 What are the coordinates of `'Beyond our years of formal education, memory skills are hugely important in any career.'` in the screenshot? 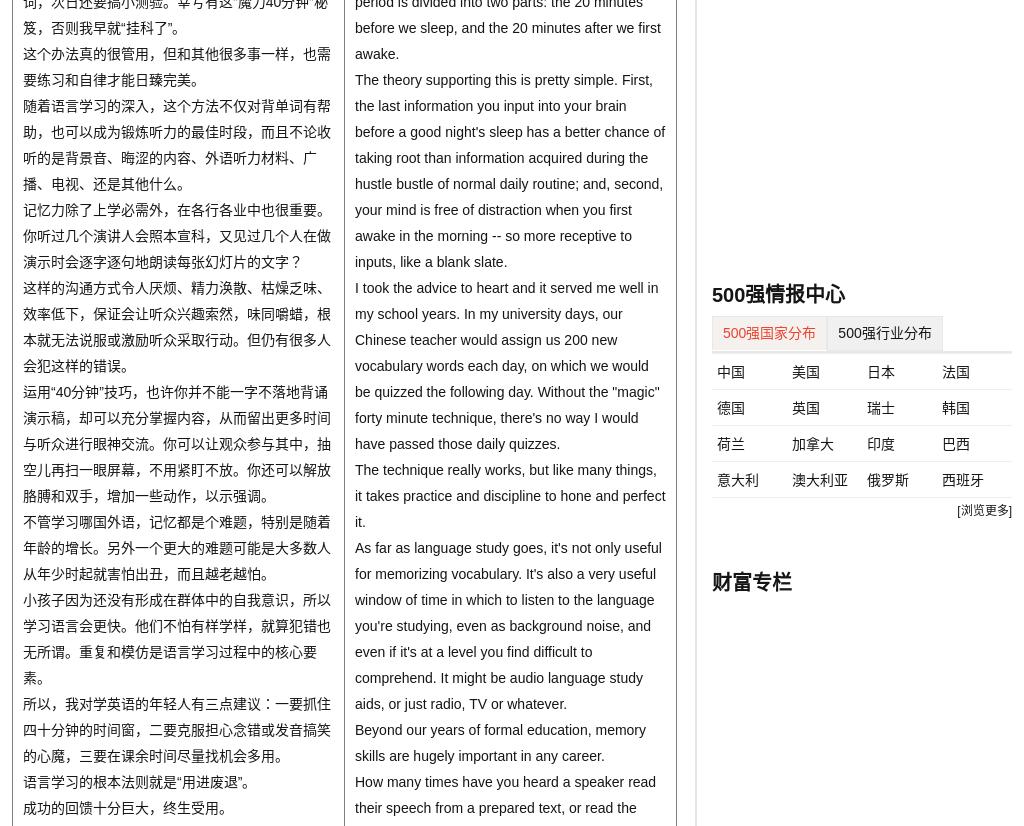 It's located at (355, 741).